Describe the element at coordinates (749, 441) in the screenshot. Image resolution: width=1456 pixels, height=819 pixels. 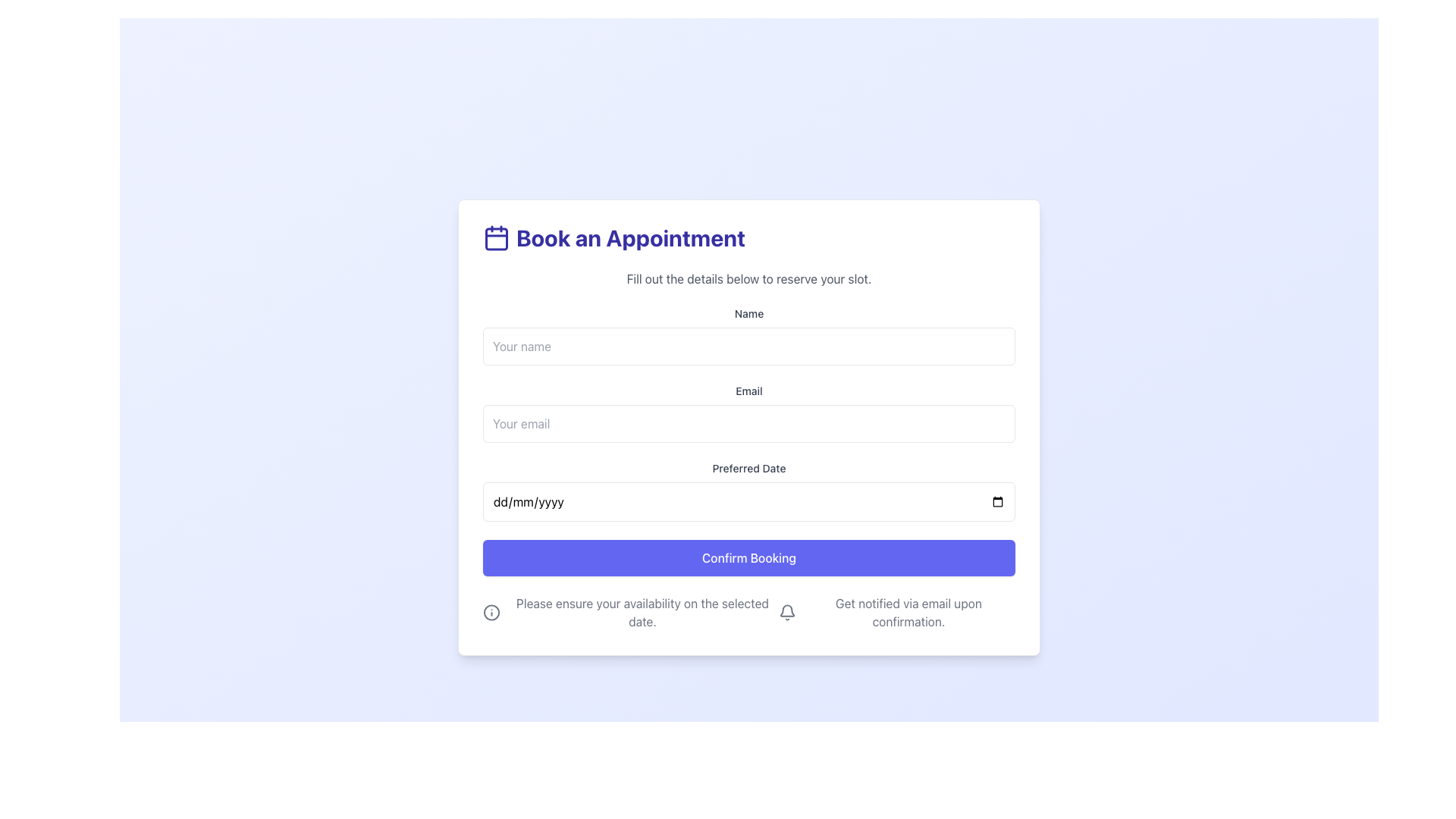
I see `a date by clicking on the date input field within the grid layout of the booking form, which is centrally located beneath the introductory text` at that location.